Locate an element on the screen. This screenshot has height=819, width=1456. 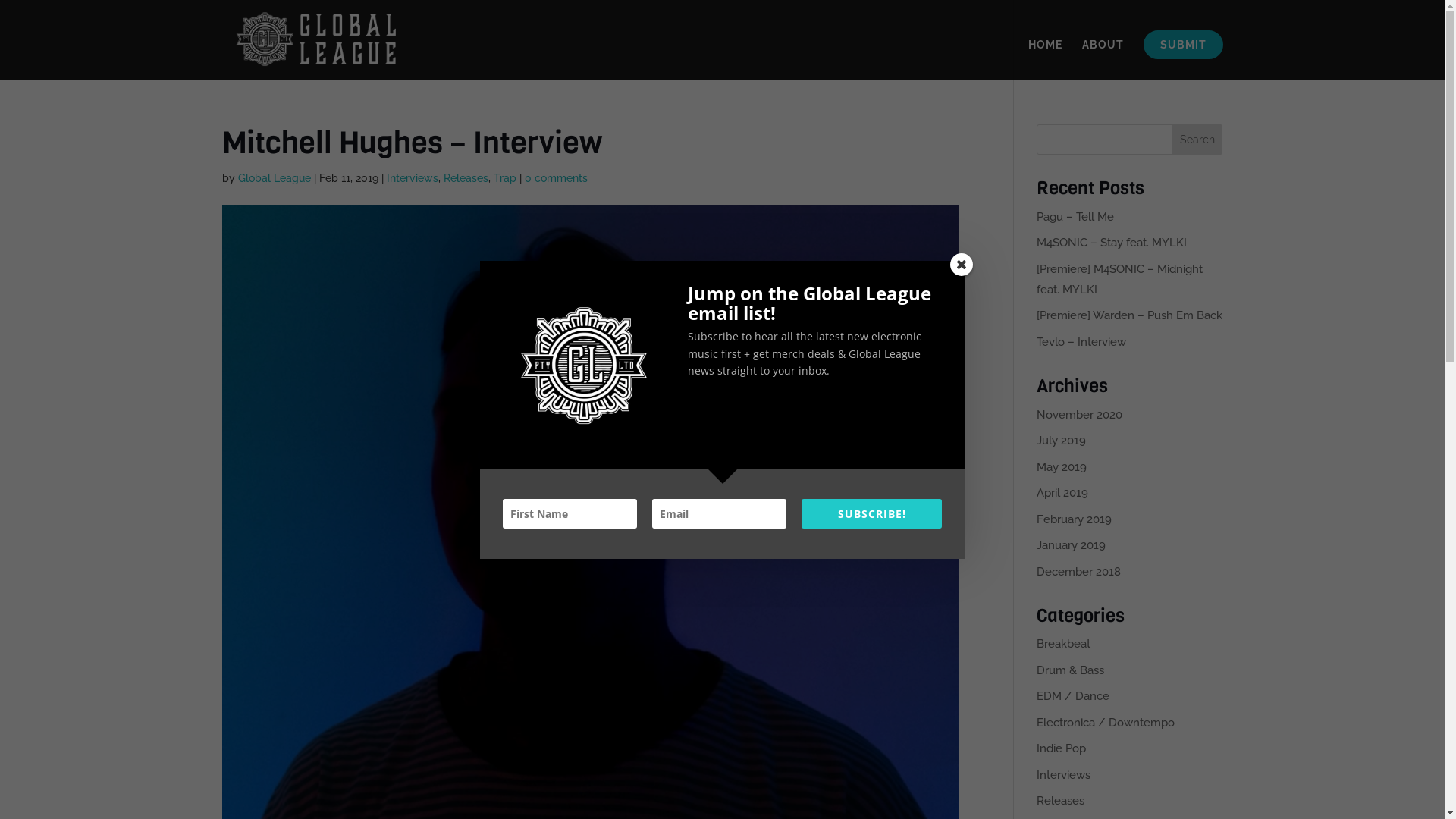
'Trap' is located at coordinates (504, 177).